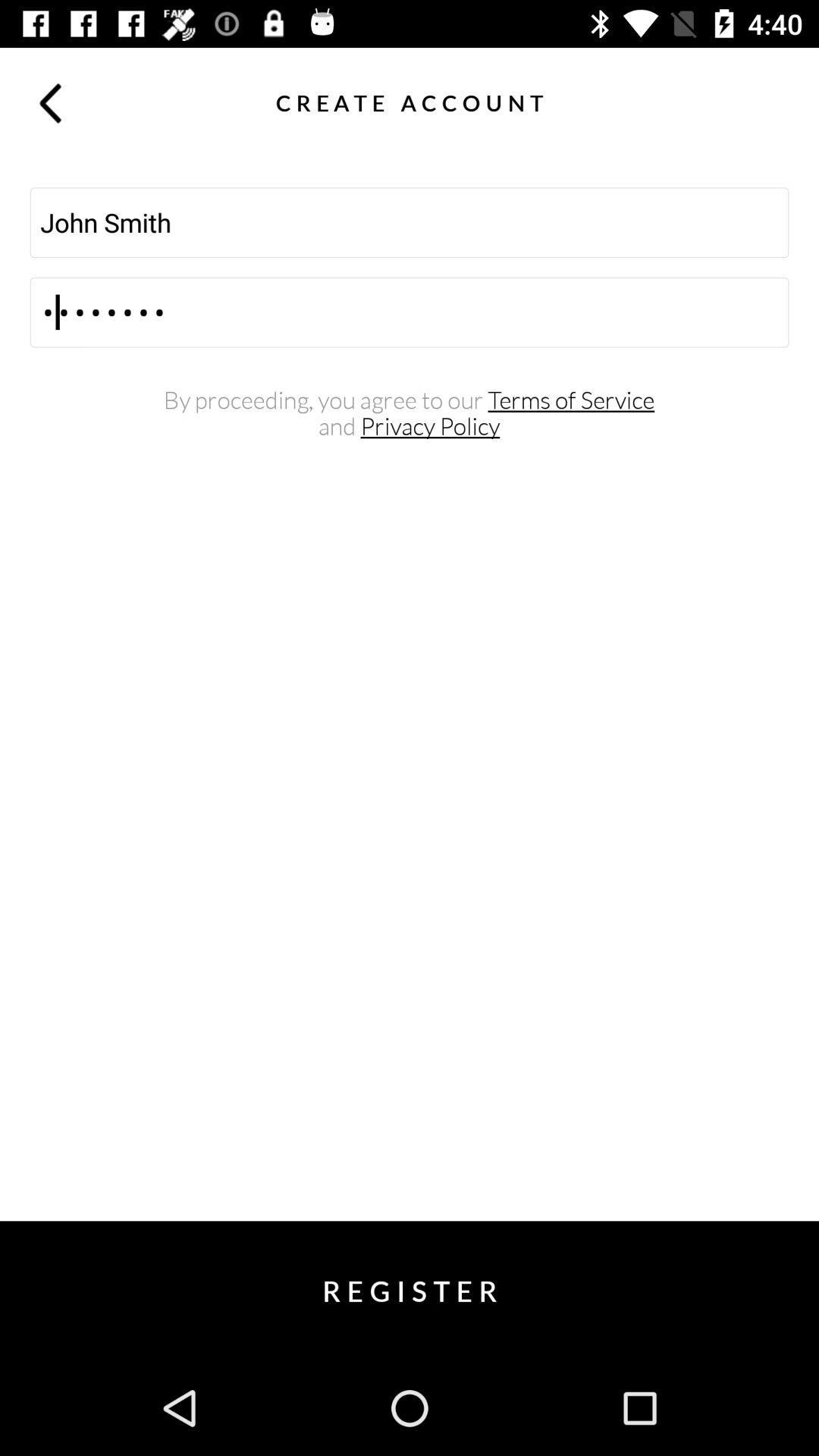 The width and height of the screenshot is (819, 1456). What do you see at coordinates (409, 312) in the screenshot?
I see `icon above the by proceeding you item` at bounding box center [409, 312].